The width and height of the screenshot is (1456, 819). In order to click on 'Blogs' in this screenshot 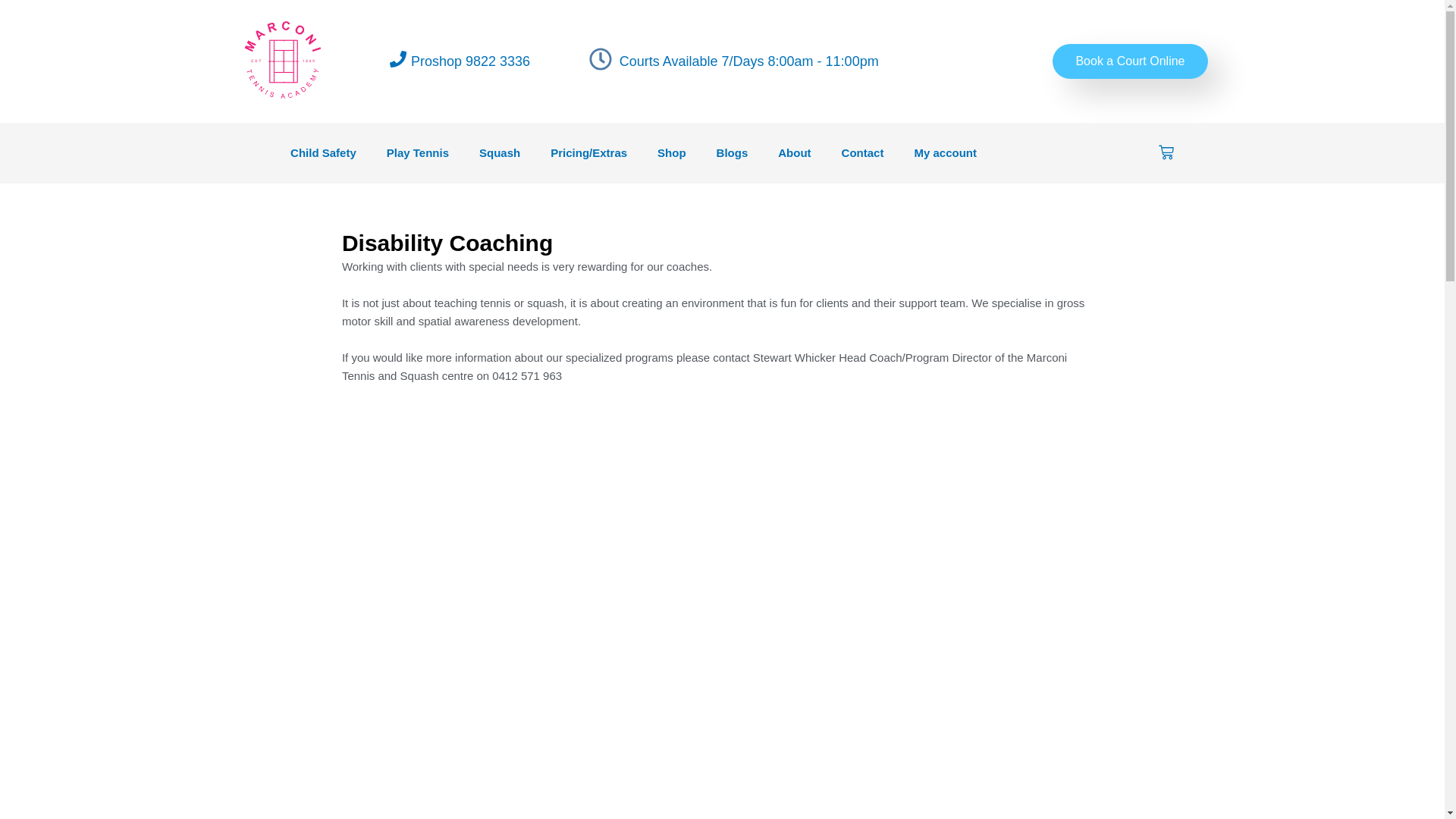, I will do `click(701, 152)`.